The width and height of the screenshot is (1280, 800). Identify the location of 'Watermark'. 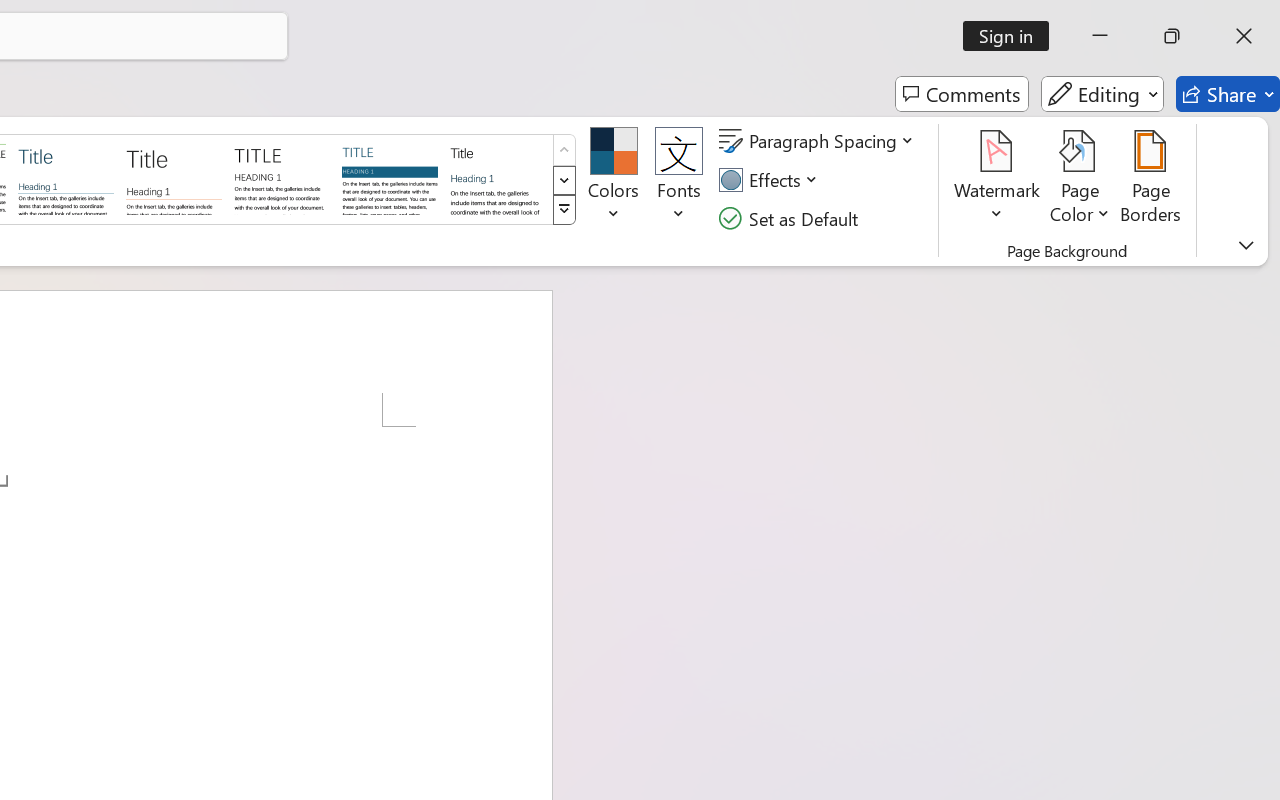
(997, 179).